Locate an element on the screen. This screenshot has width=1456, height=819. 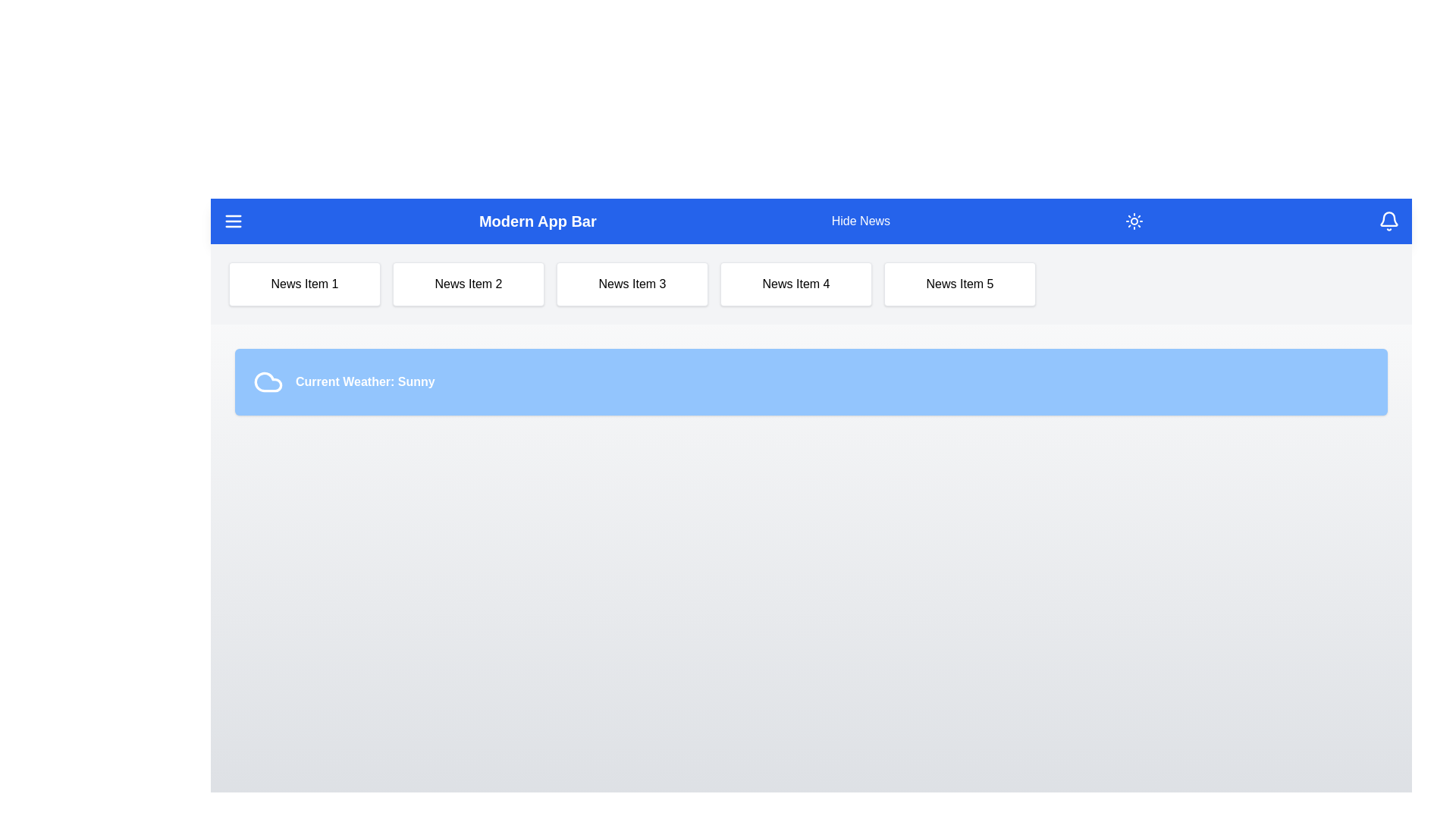
the menu icon to toggle the menu is located at coordinates (232, 221).